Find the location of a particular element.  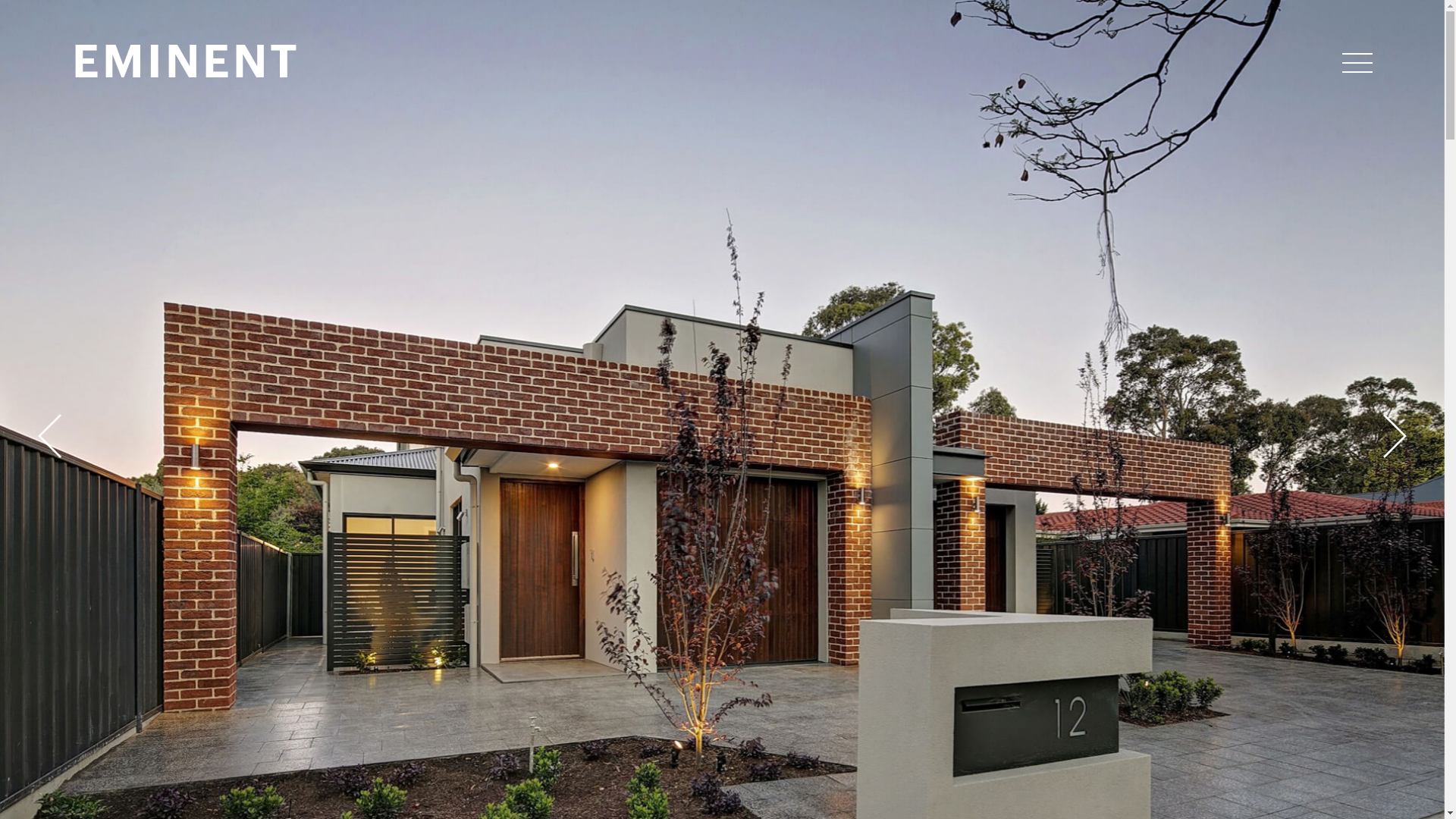

'EMINENT' is located at coordinates (185, 62).